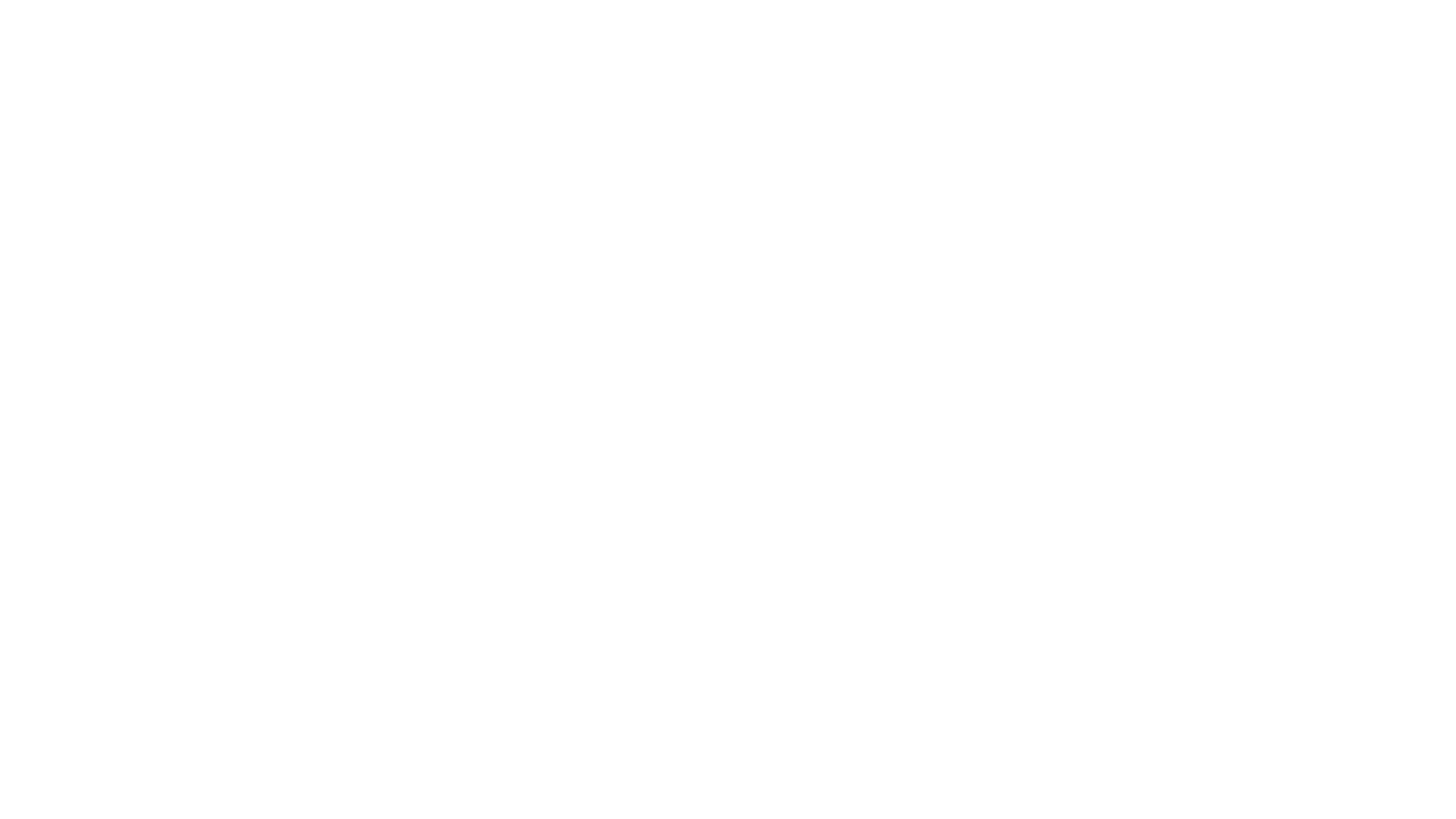 The width and height of the screenshot is (1456, 819). I want to click on Felicia P.S. Lasmana, so click(464, 185).